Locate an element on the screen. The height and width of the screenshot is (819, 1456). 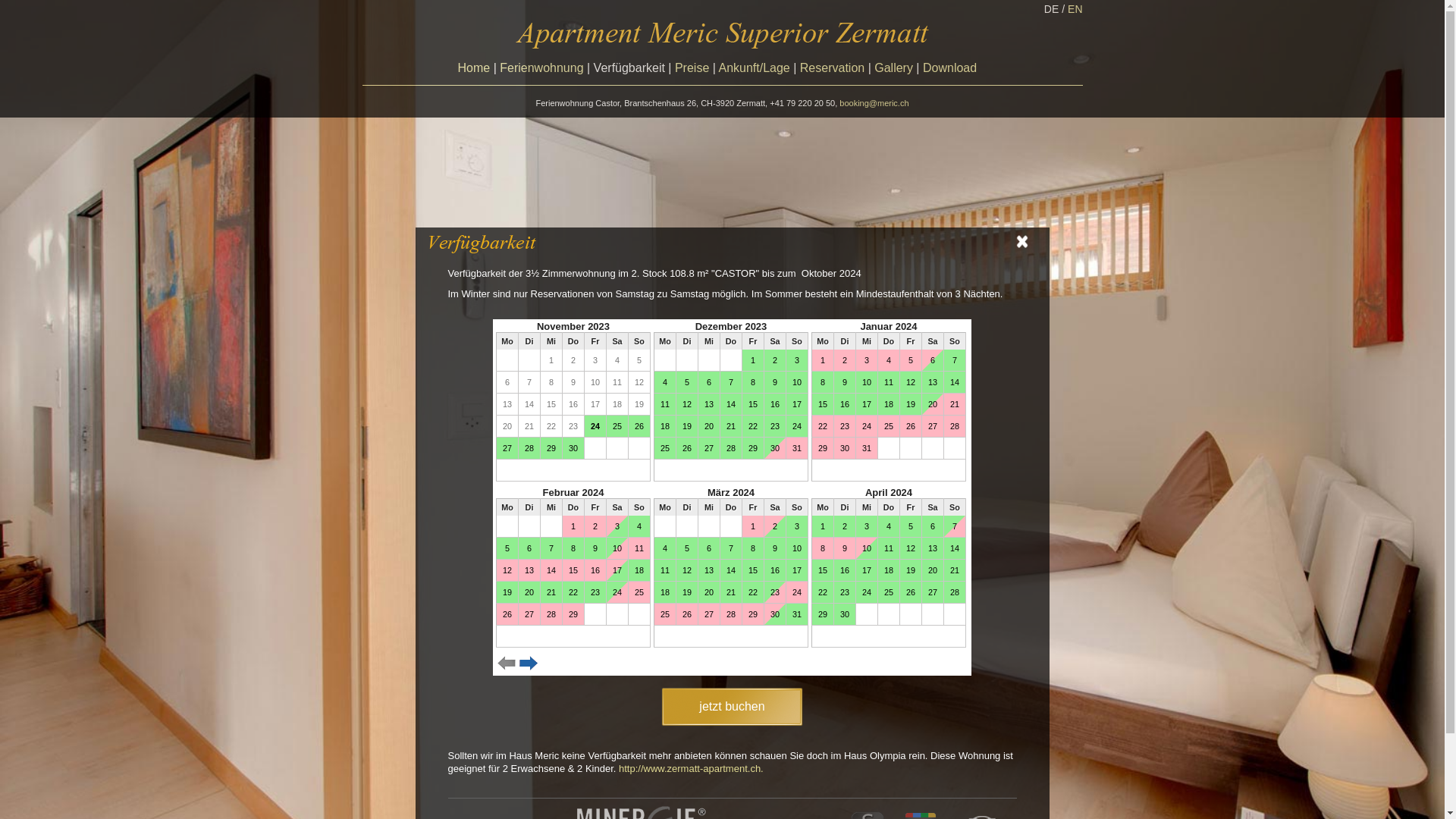
'DE' is located at coordinates (1043, 8).